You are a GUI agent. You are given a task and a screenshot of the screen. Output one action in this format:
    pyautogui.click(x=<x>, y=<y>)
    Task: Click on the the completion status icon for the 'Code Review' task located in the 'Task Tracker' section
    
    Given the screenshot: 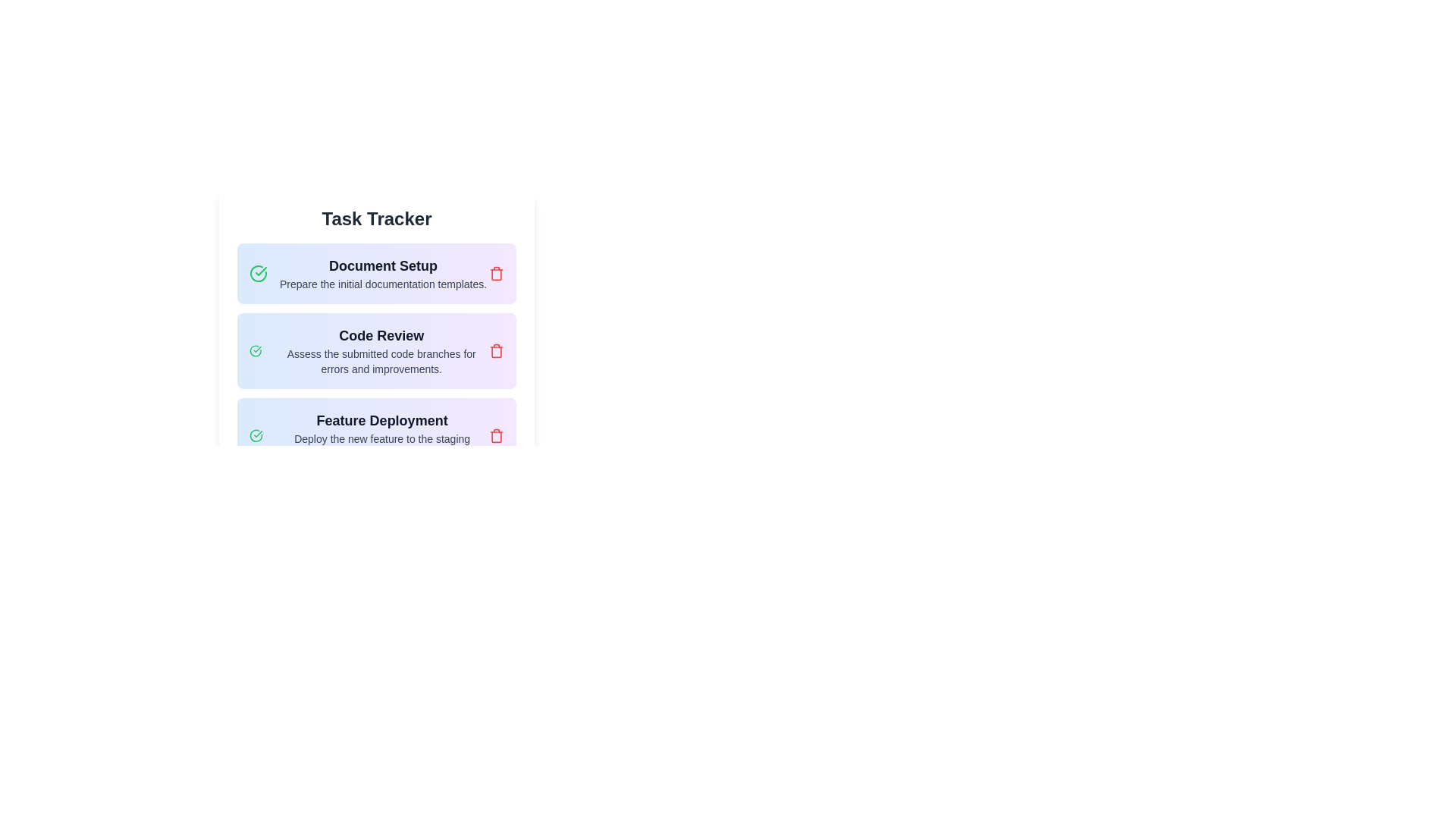 What is the action you would take?
    pyautogui.click(x=256, y=350)
    